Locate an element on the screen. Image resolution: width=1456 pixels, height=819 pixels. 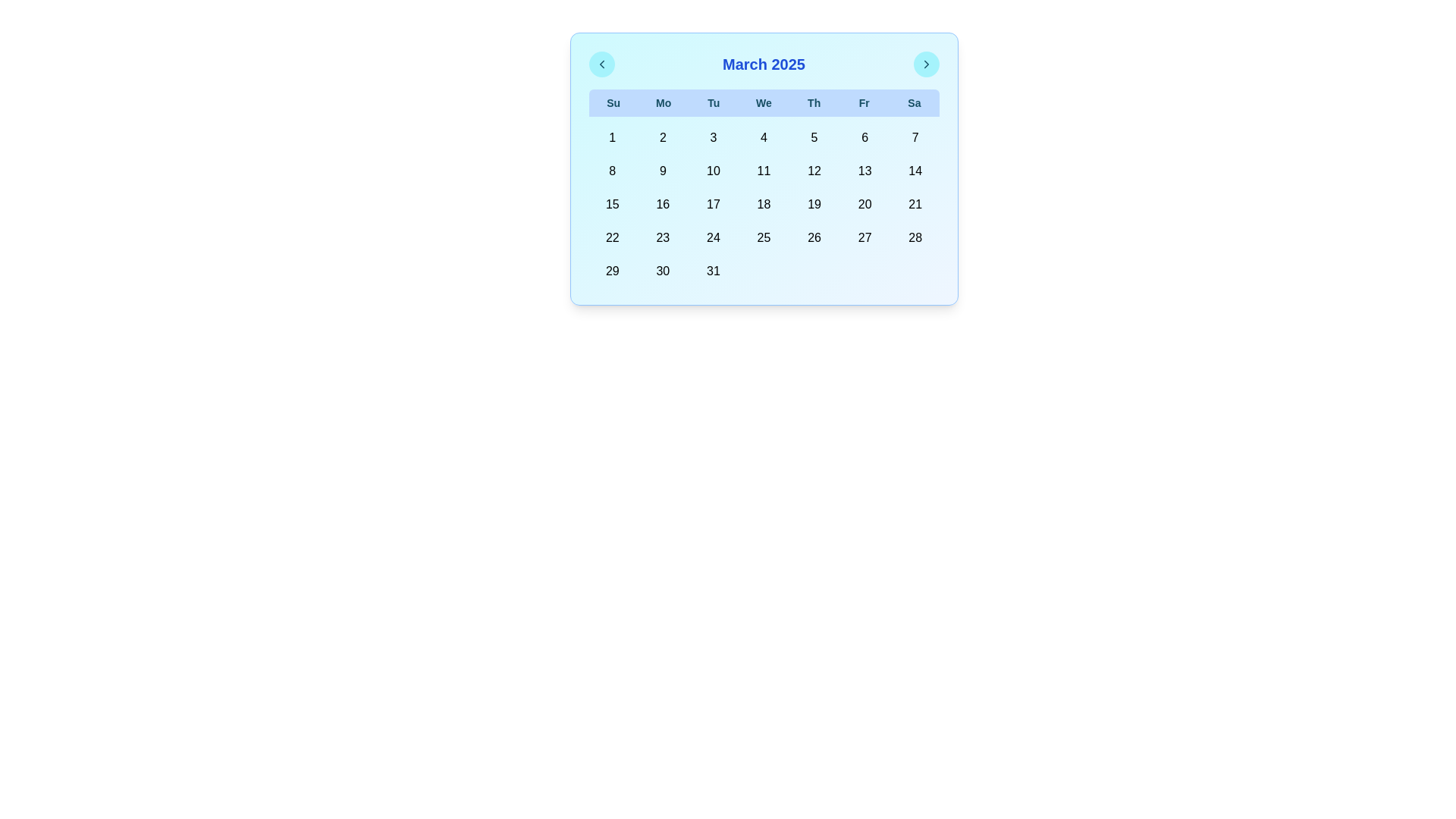
the Interactive calendar date button representing the 8th day of the month is located at coordinates (612, 171).